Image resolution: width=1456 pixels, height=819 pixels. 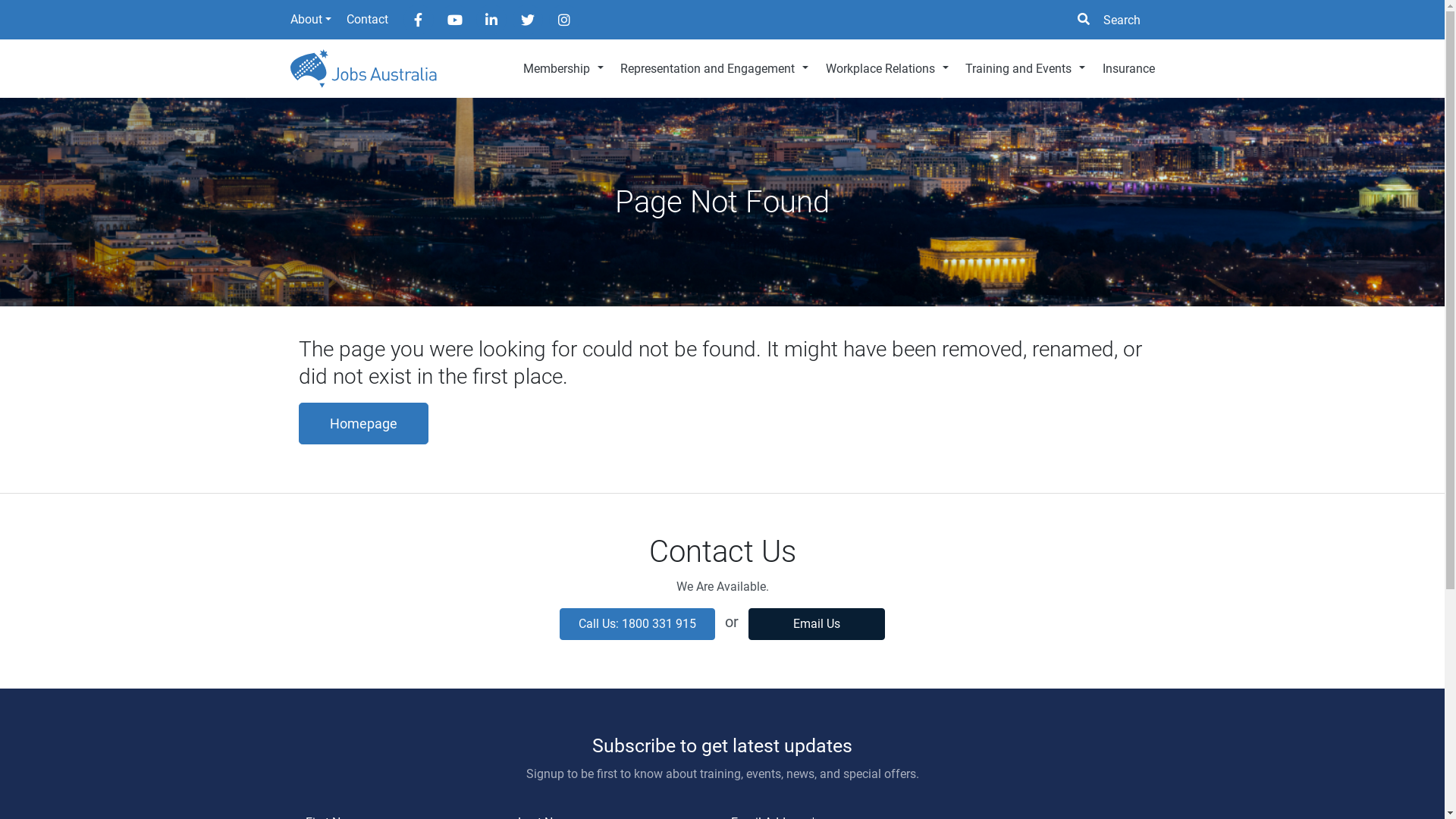 What do you see at coordinates (748, 623) in the screenshot?
I see `'Email Us'` at bounding box center [748, 623].